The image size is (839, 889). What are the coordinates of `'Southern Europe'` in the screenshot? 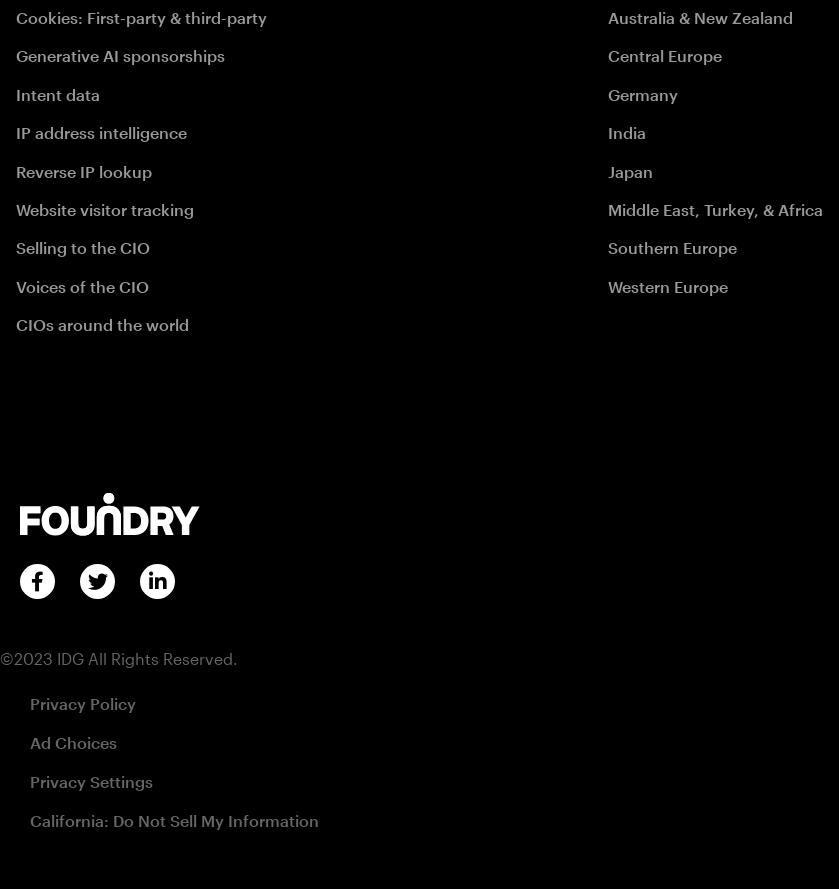 It's located at (671, 246).